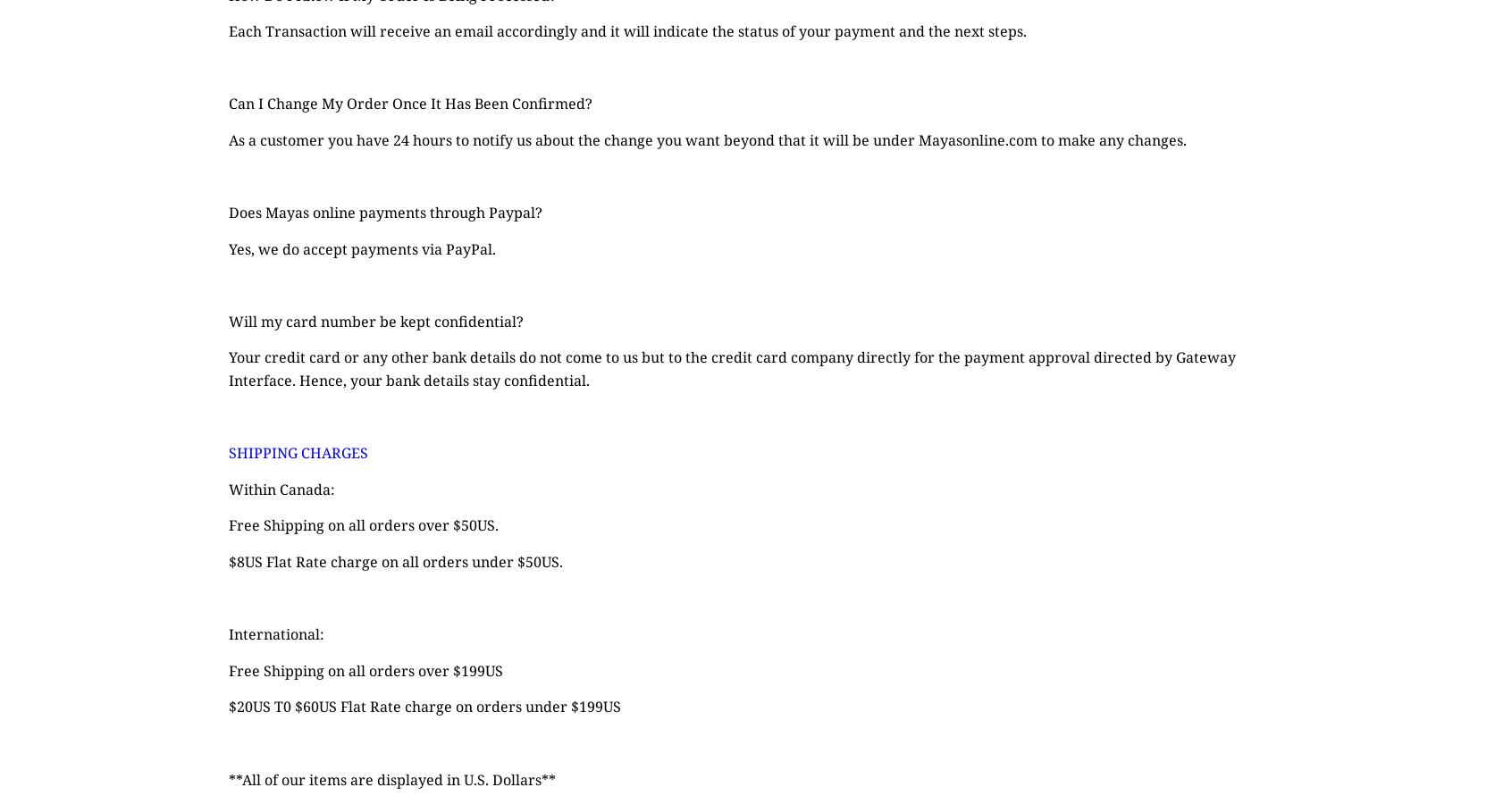  Describe the element at coordinates (409, 104) in the screenshot. I see `'Can I Change My Order Once It Has Been Confirmed?'` at that location.